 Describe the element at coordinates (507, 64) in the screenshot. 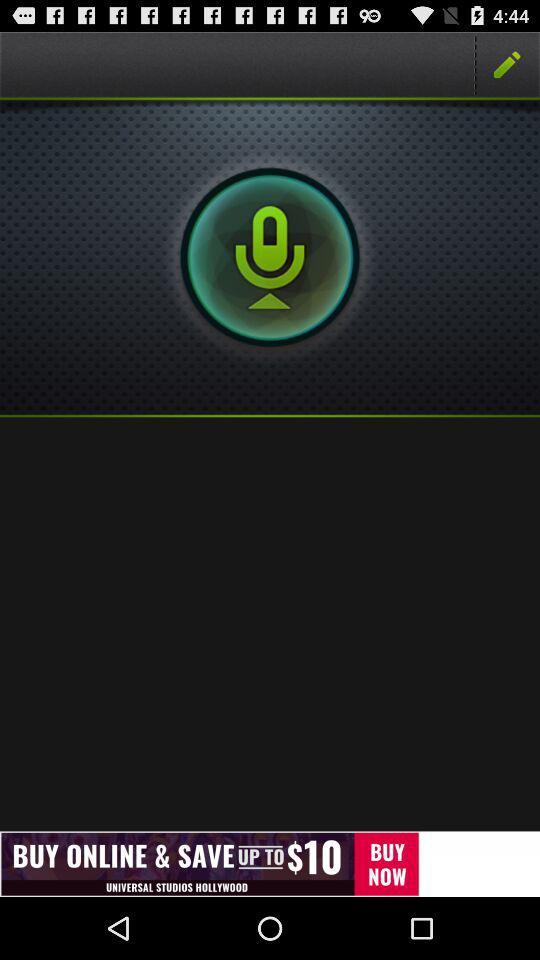

I see `the item at the top right corner` at that location.